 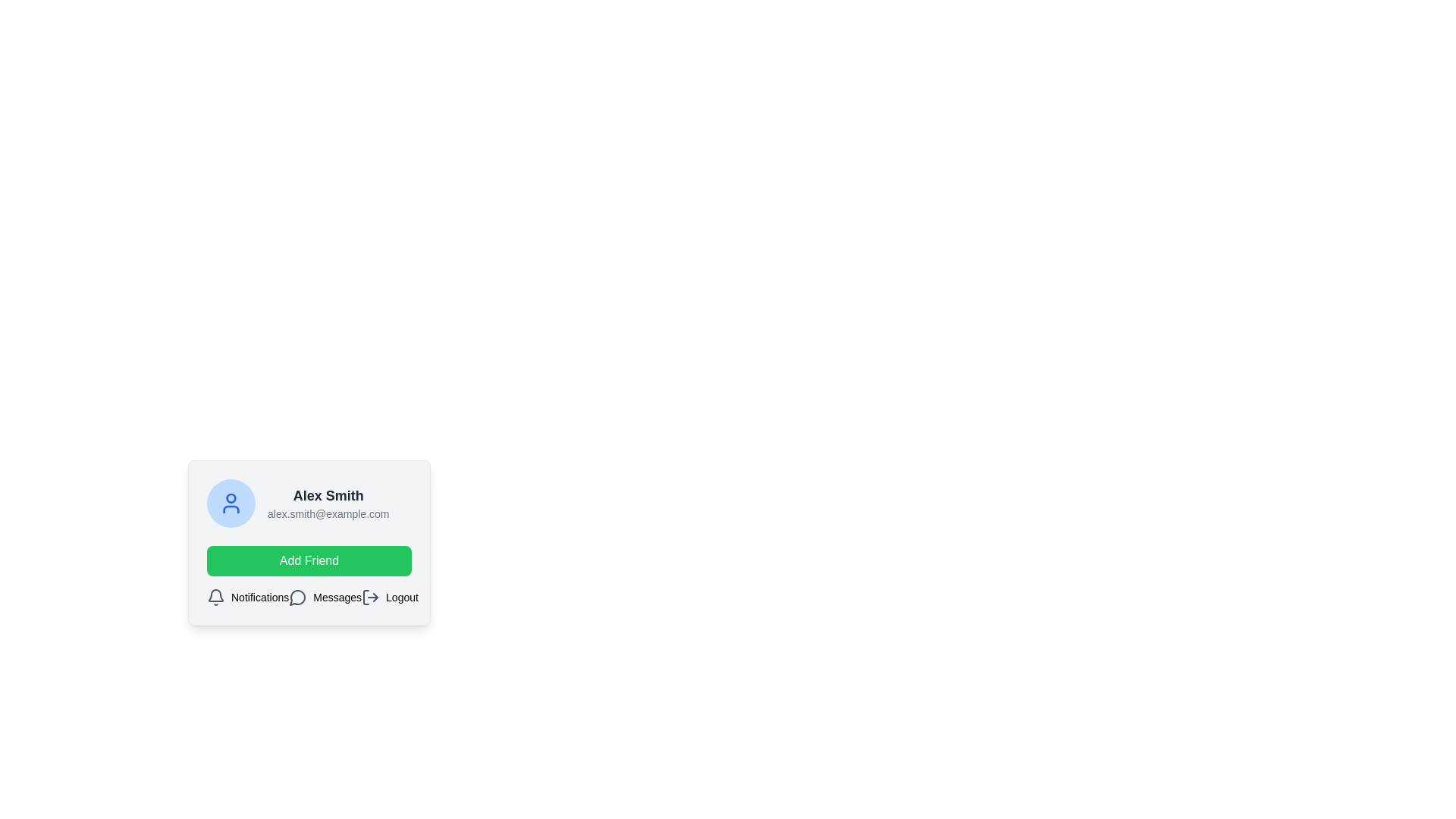 What do you see at coordinates (309, 561) in the screenshot?
I see `the 'Add Friend' button located in the user profile card component, which is positioned beneath the user information and above the navigation section` at bounding box center [309, 561].